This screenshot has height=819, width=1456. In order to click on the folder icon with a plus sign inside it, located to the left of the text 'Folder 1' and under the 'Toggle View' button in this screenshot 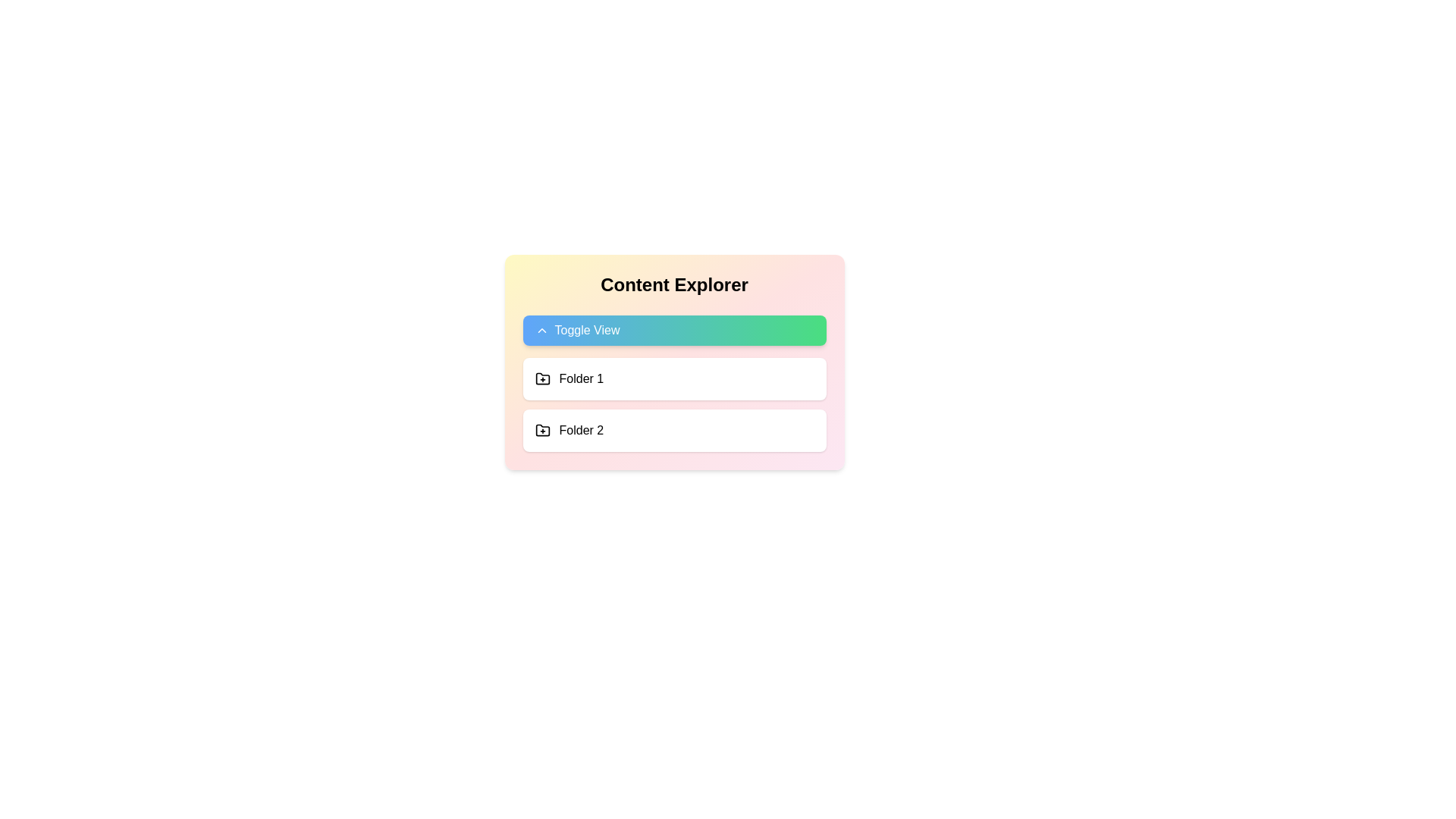, I will do `click(542, 378)`.